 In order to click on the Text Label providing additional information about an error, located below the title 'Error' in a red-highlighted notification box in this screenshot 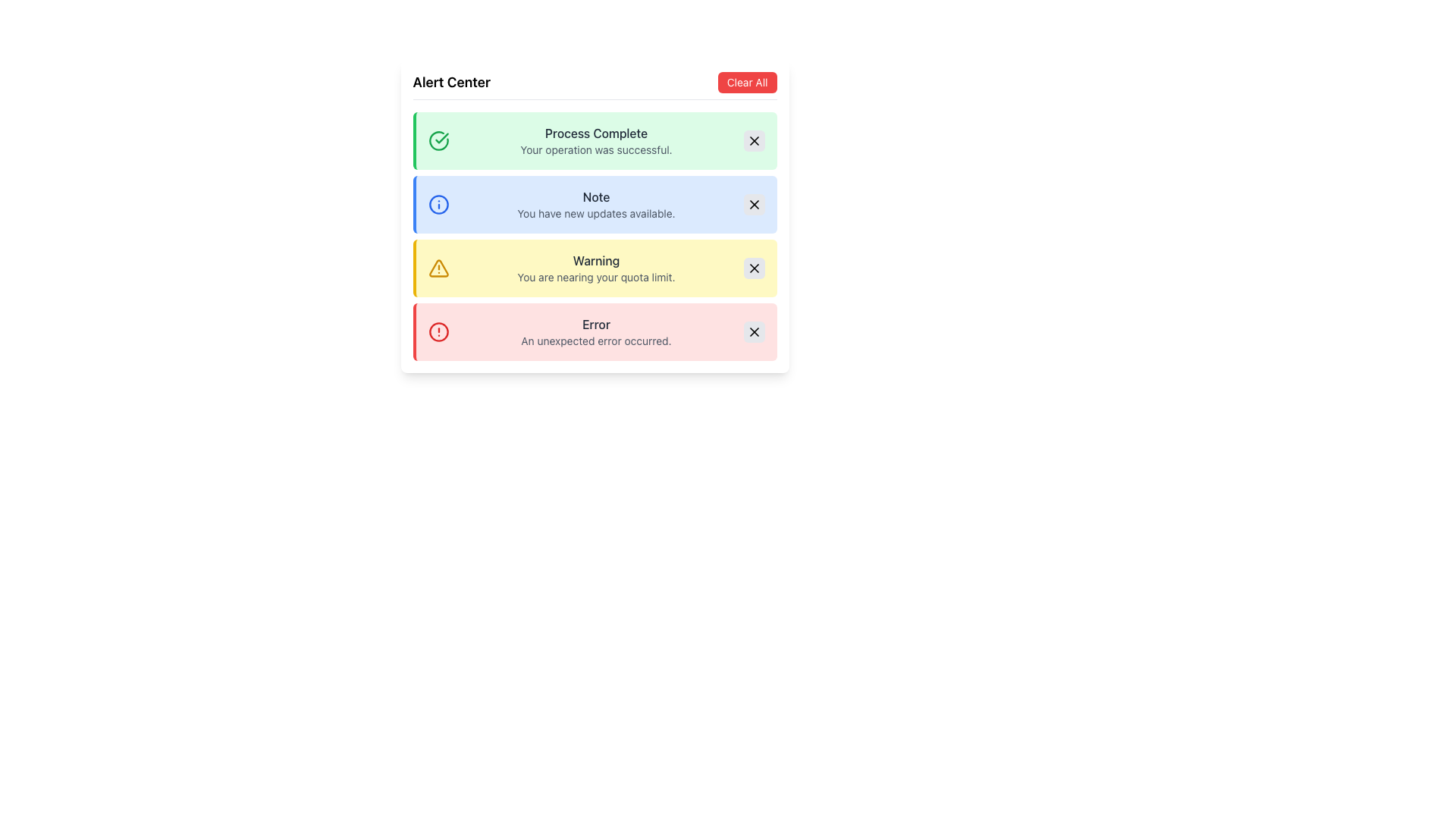, I will do `click(595, 341)`.